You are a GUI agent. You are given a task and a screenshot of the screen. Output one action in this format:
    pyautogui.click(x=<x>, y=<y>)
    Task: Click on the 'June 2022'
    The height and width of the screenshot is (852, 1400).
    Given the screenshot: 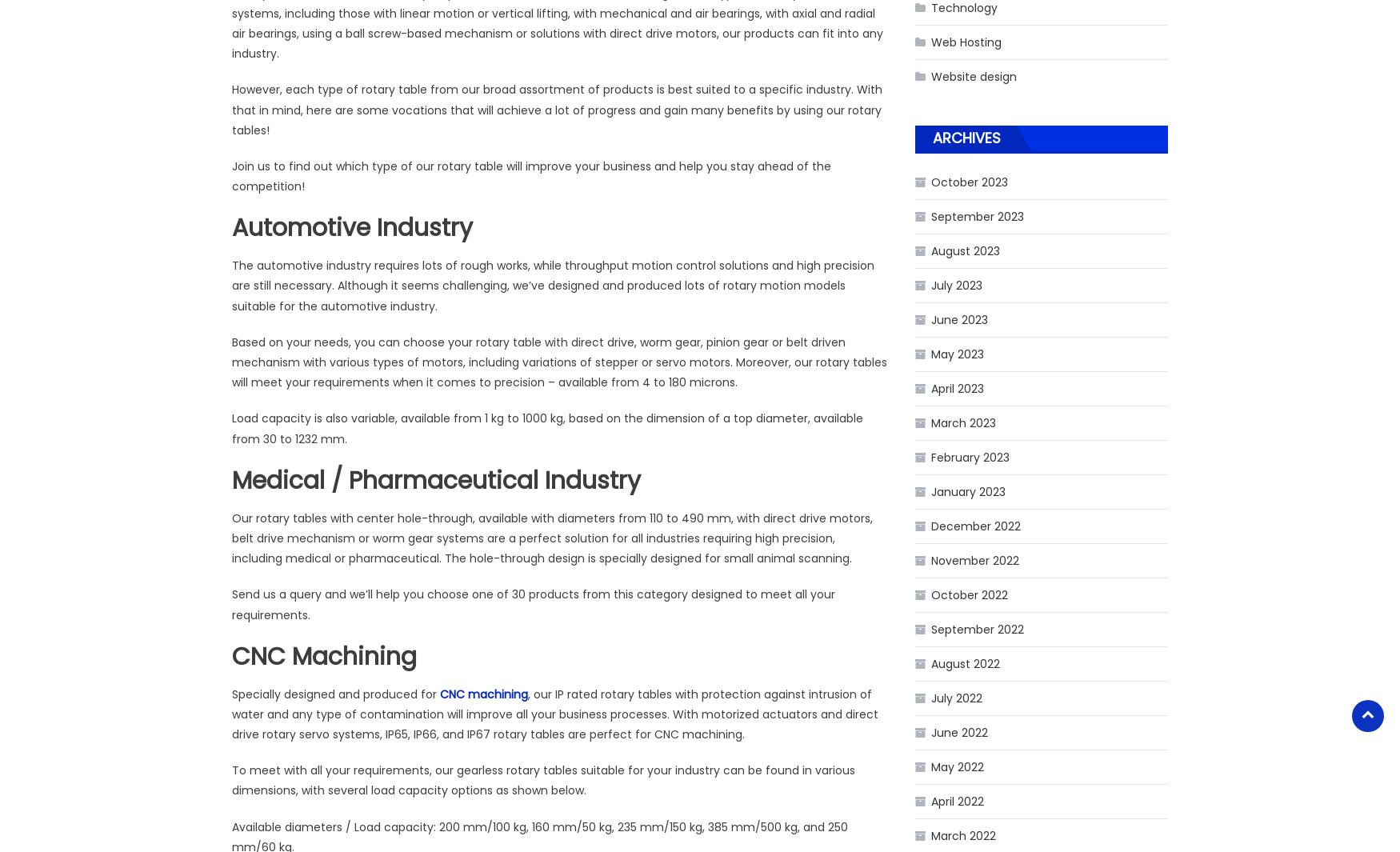 What is the action you would take?
    pyautogui.click(x=959, y=733)
    